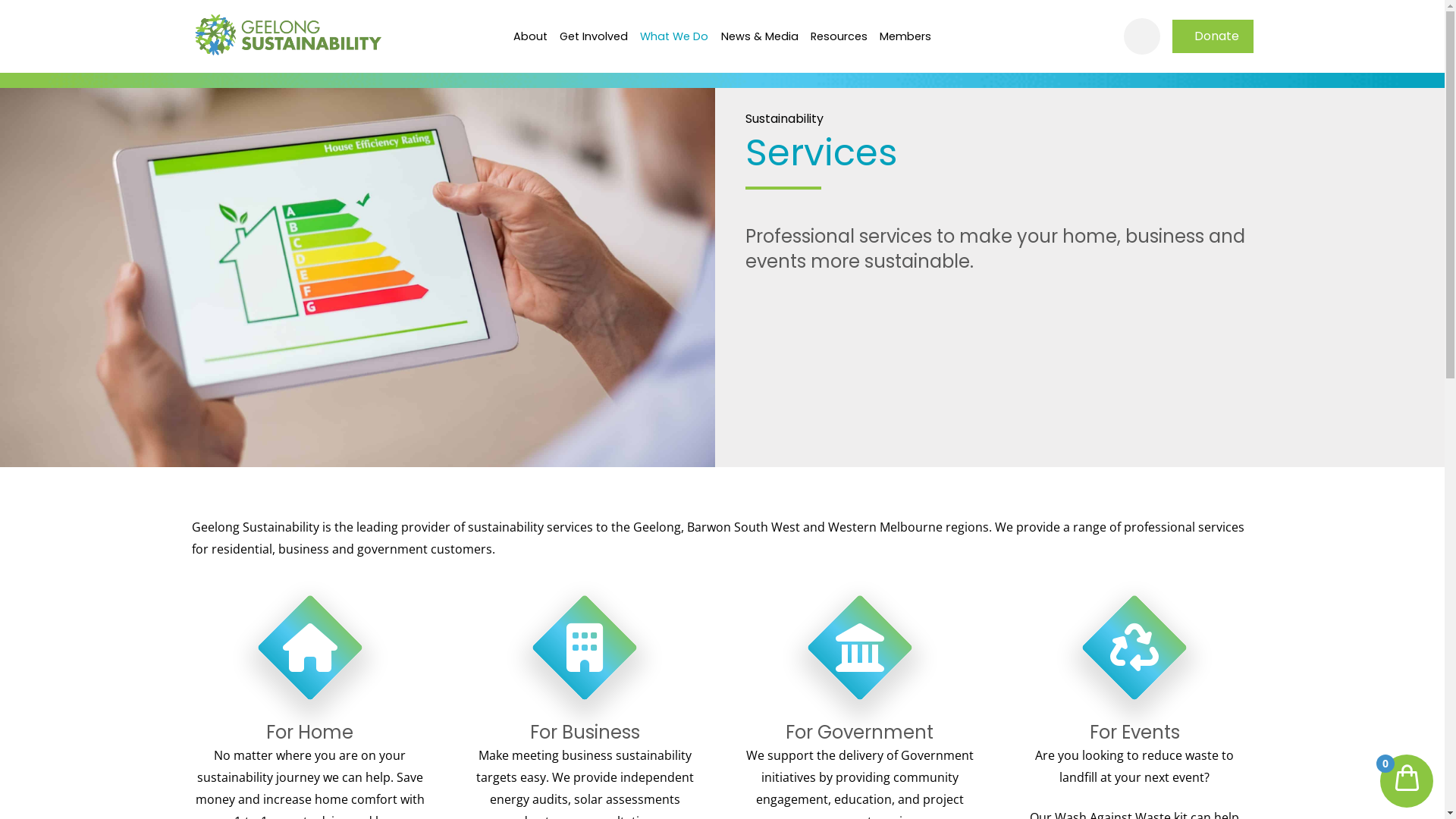 The height and width of the screenshot is (819, 1456). I want to click on 'Resources', so click(838, 35).